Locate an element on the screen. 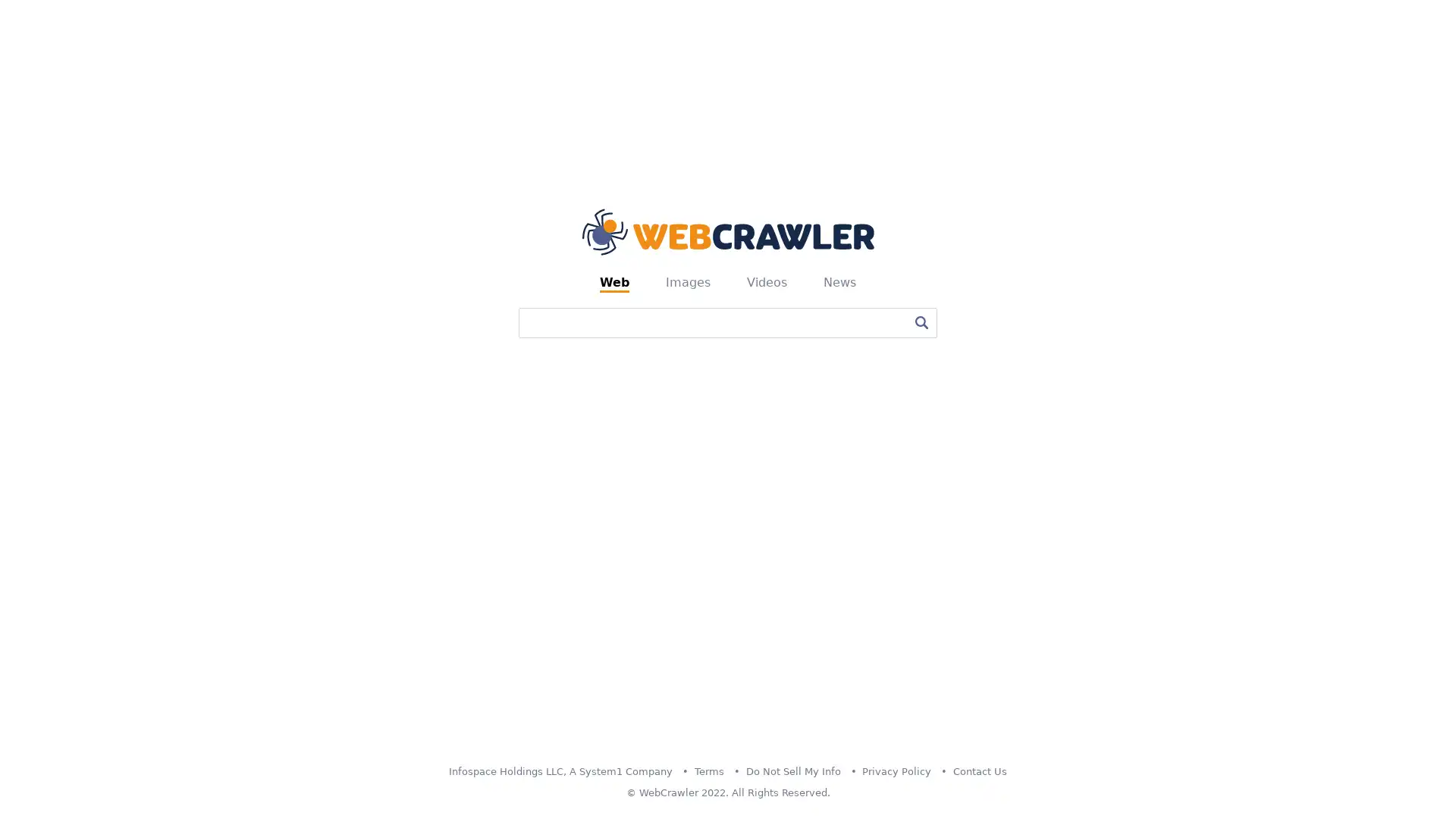 This screenshot has width=1456, height=819. WebCrawler Search is located at coordinates (920, 321).